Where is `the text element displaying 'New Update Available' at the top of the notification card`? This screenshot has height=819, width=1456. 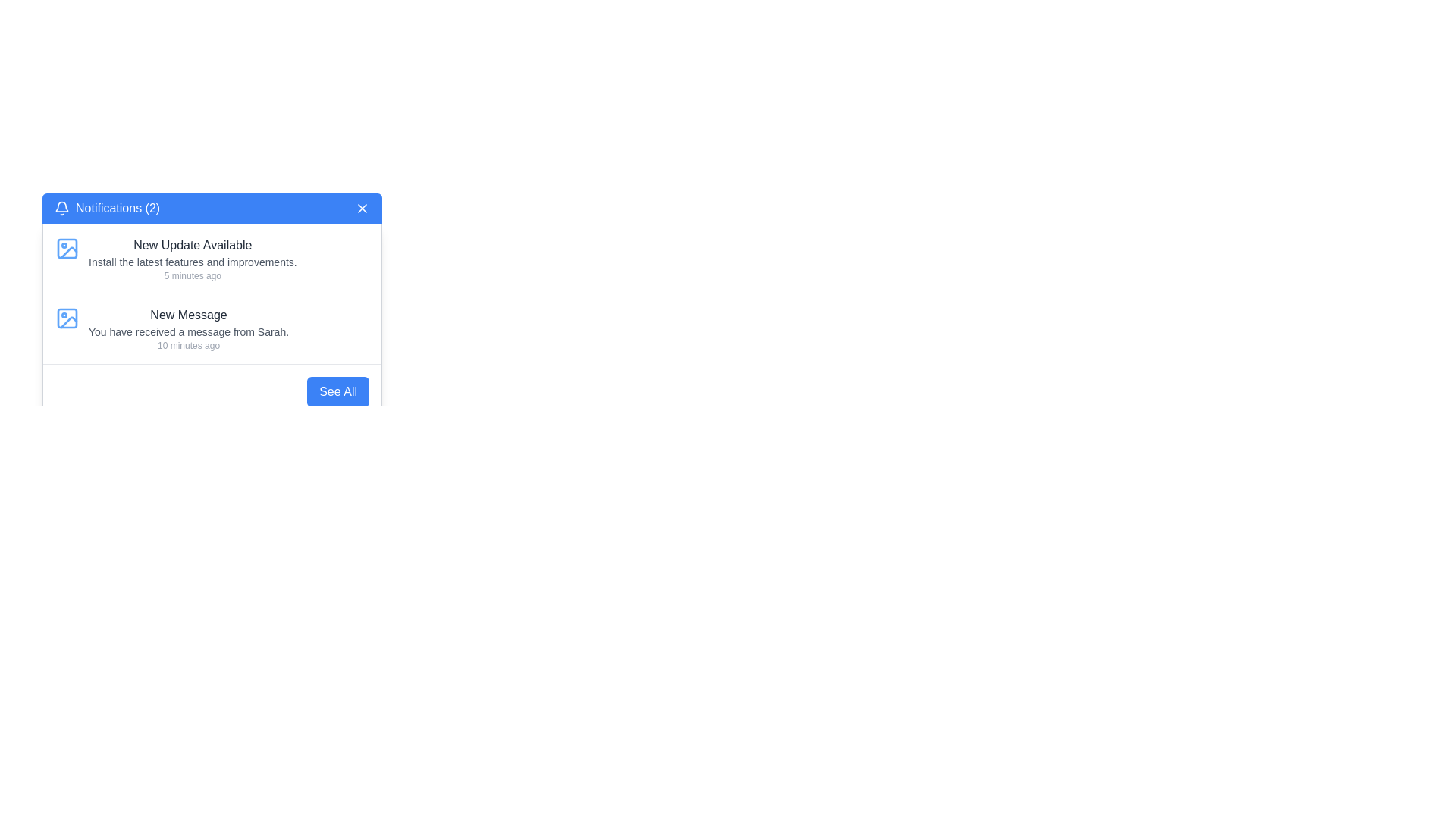
the text element displaying 'New Update Available' at the top of the notification card is located at coordinates (192, 245).